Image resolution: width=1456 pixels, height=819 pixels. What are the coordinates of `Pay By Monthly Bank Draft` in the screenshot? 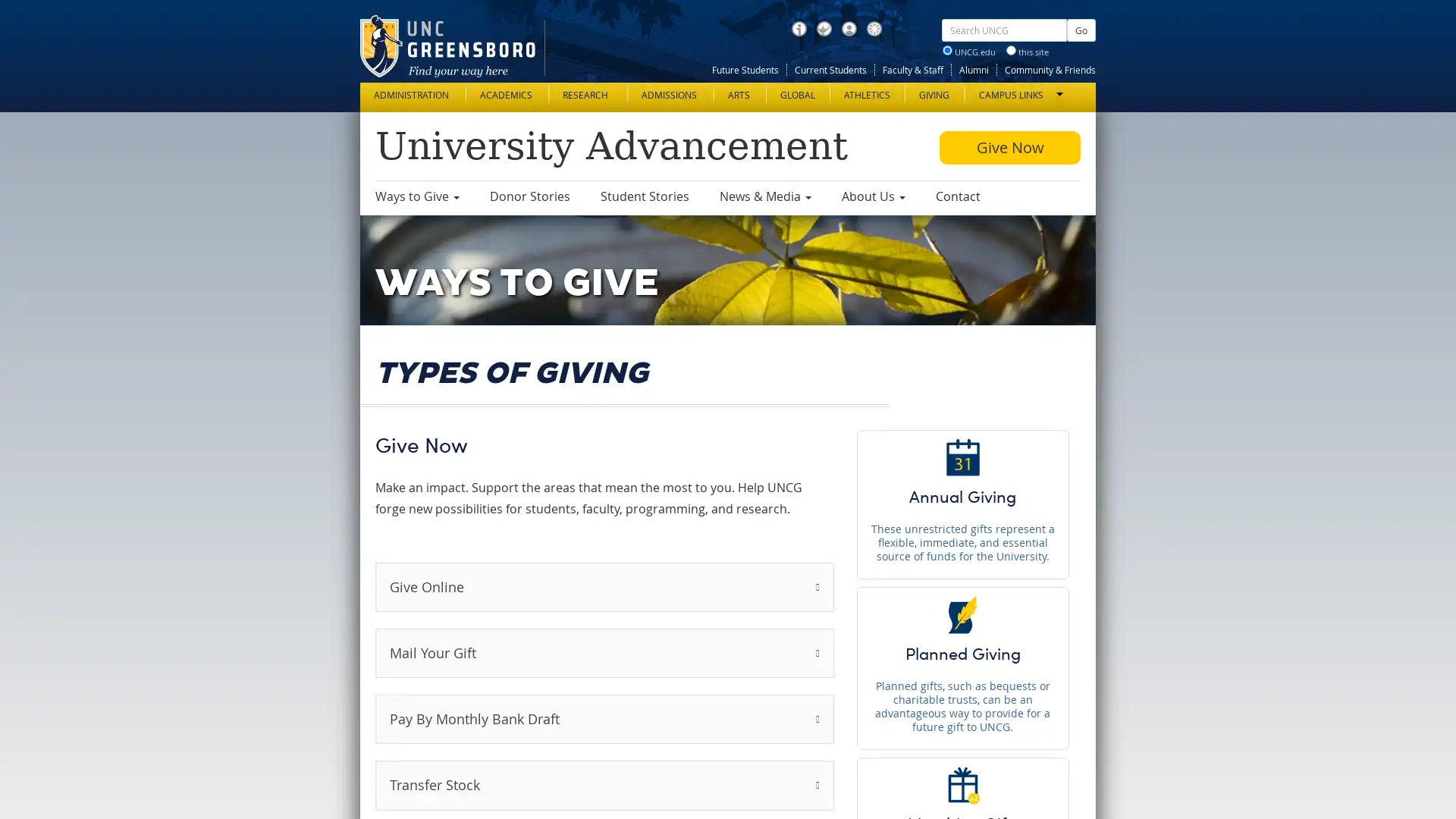 It's located at (603, 718).